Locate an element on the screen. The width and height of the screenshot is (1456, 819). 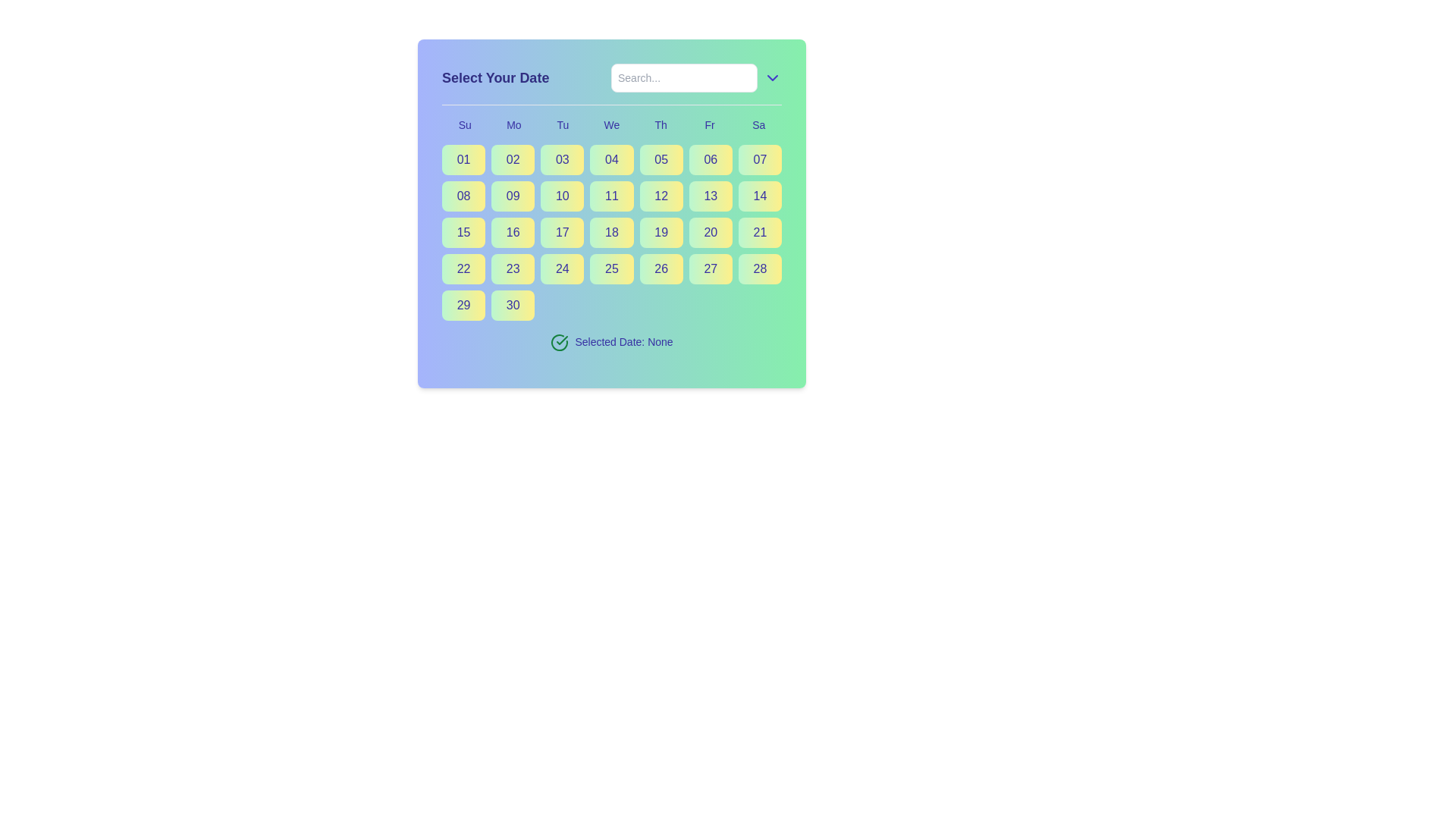
text label 'Mo' which indicates Monday in the calendar interface, positioned as the second item in the horizontal list of day labels is located at coordinates (513, 124).